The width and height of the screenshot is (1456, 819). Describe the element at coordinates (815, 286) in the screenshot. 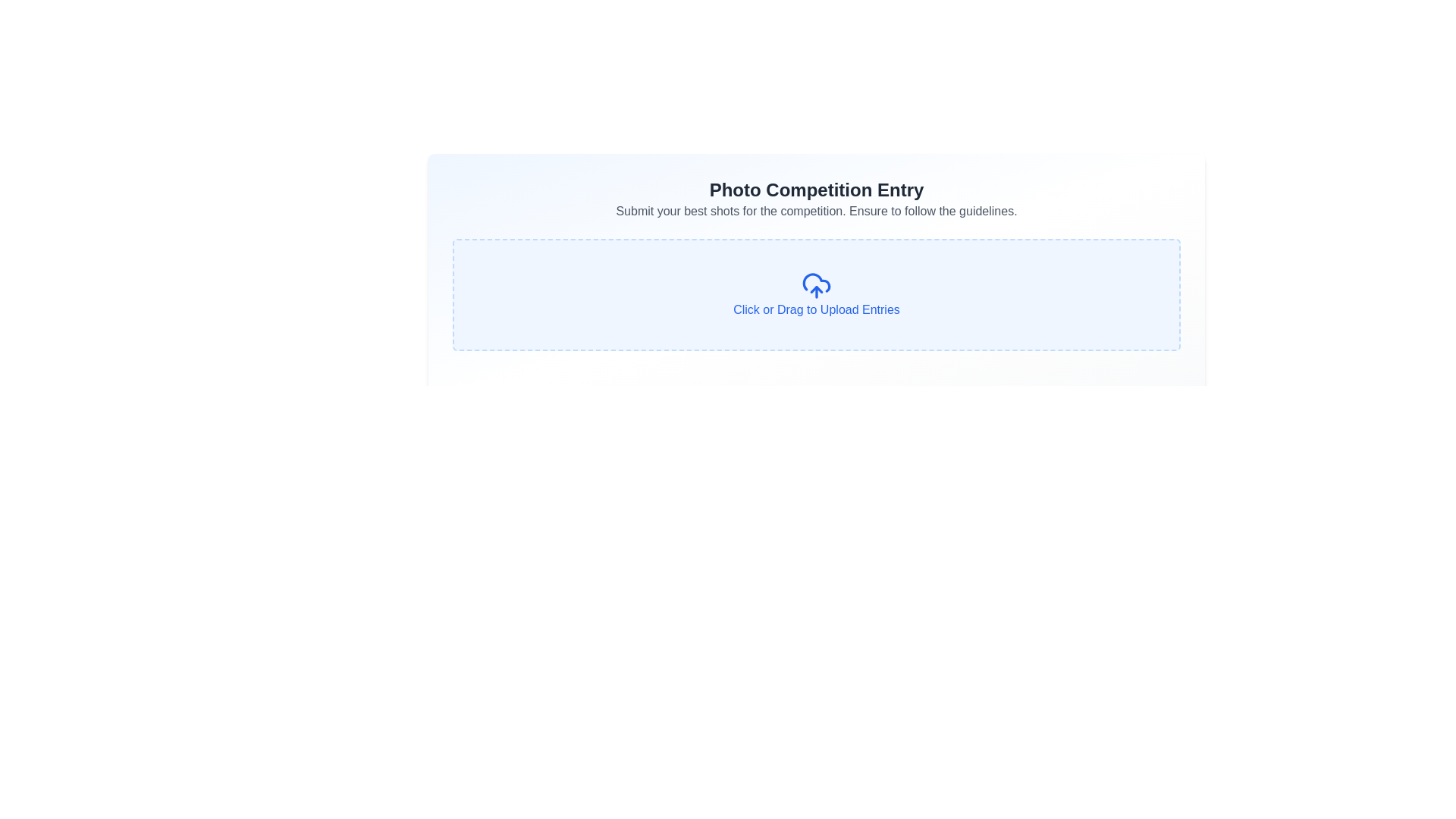

I see `the upload icon located within the 'Click or Drag to Upload Entries' area, which serves as a focal point for uploading files` at that location.